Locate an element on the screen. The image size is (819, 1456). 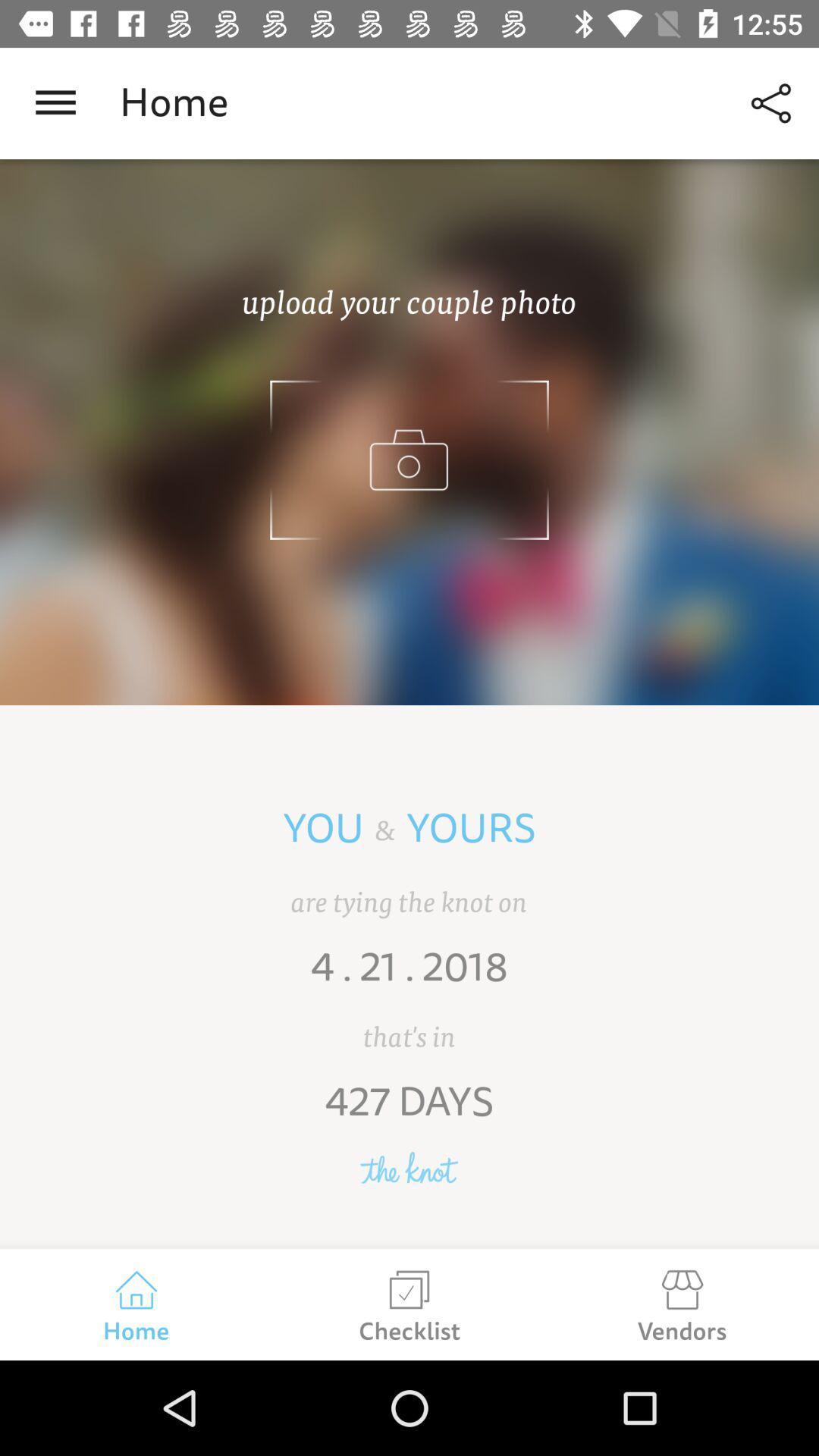
open a menu is located at coordinates (55, 102).